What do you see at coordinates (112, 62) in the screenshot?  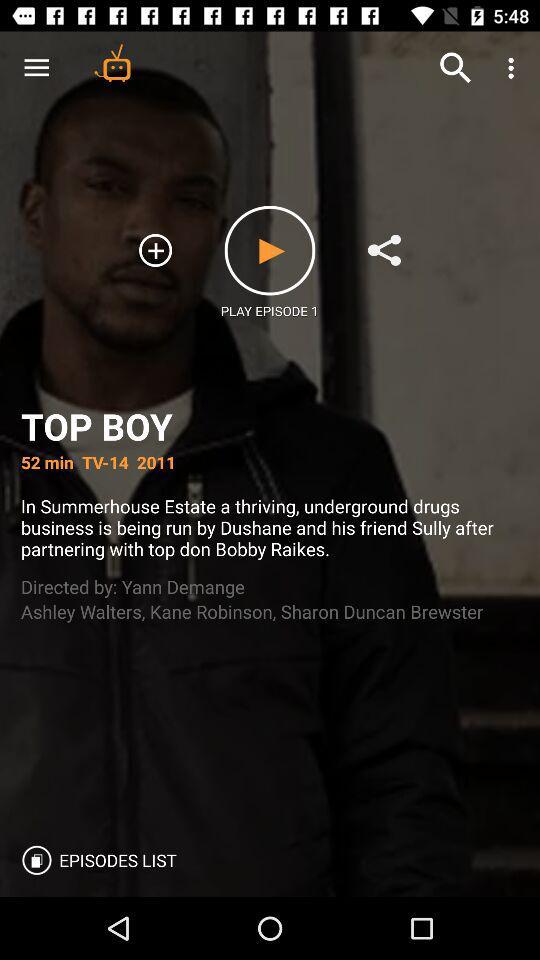 I see `the item above the top boy icon` at bounding box center [112, 62].